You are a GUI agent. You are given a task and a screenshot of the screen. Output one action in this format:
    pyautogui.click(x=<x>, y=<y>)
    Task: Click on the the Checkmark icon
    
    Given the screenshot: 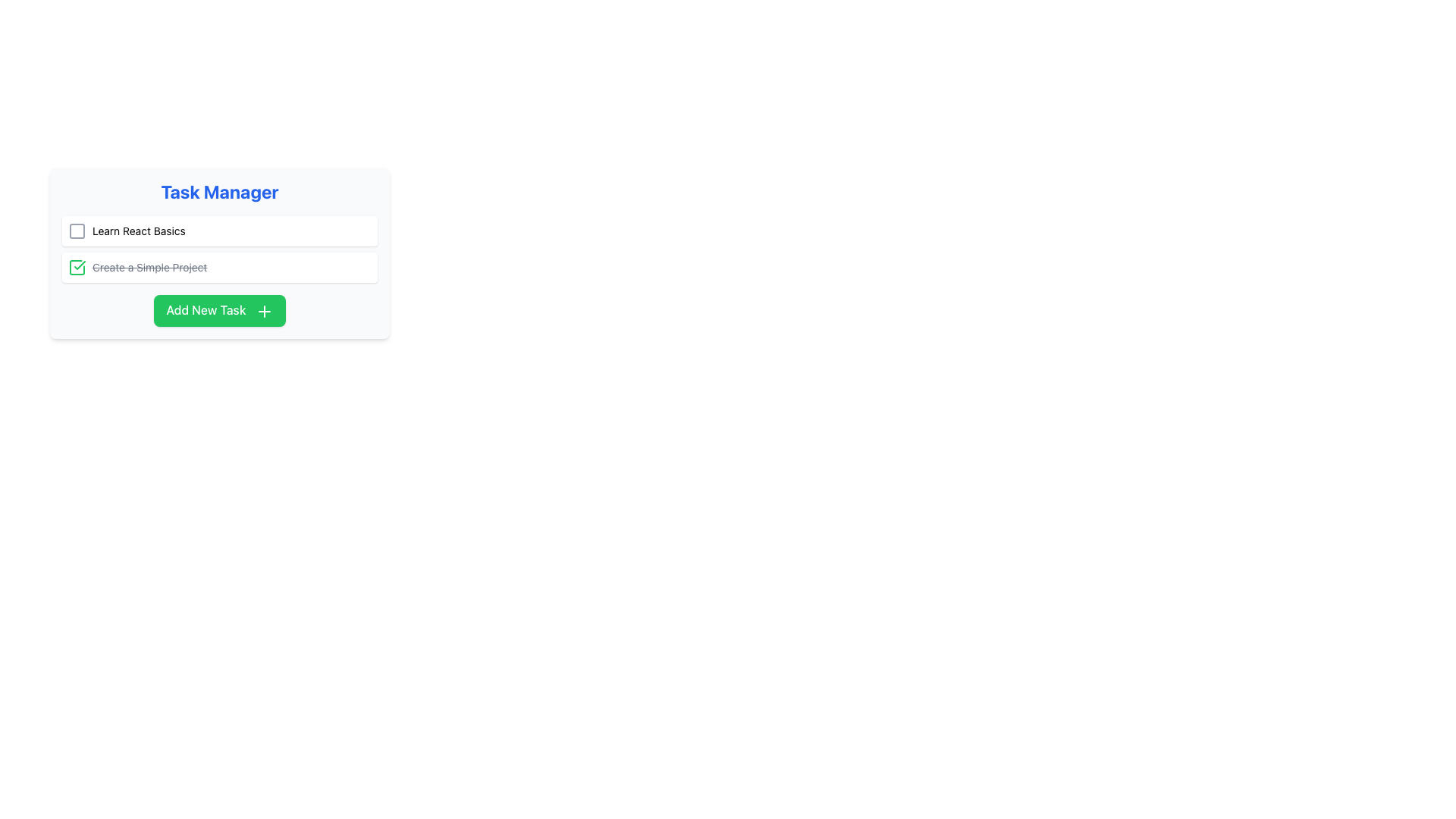 What is the action you would take?
    pyautogui.click(x=76, y=267)
    